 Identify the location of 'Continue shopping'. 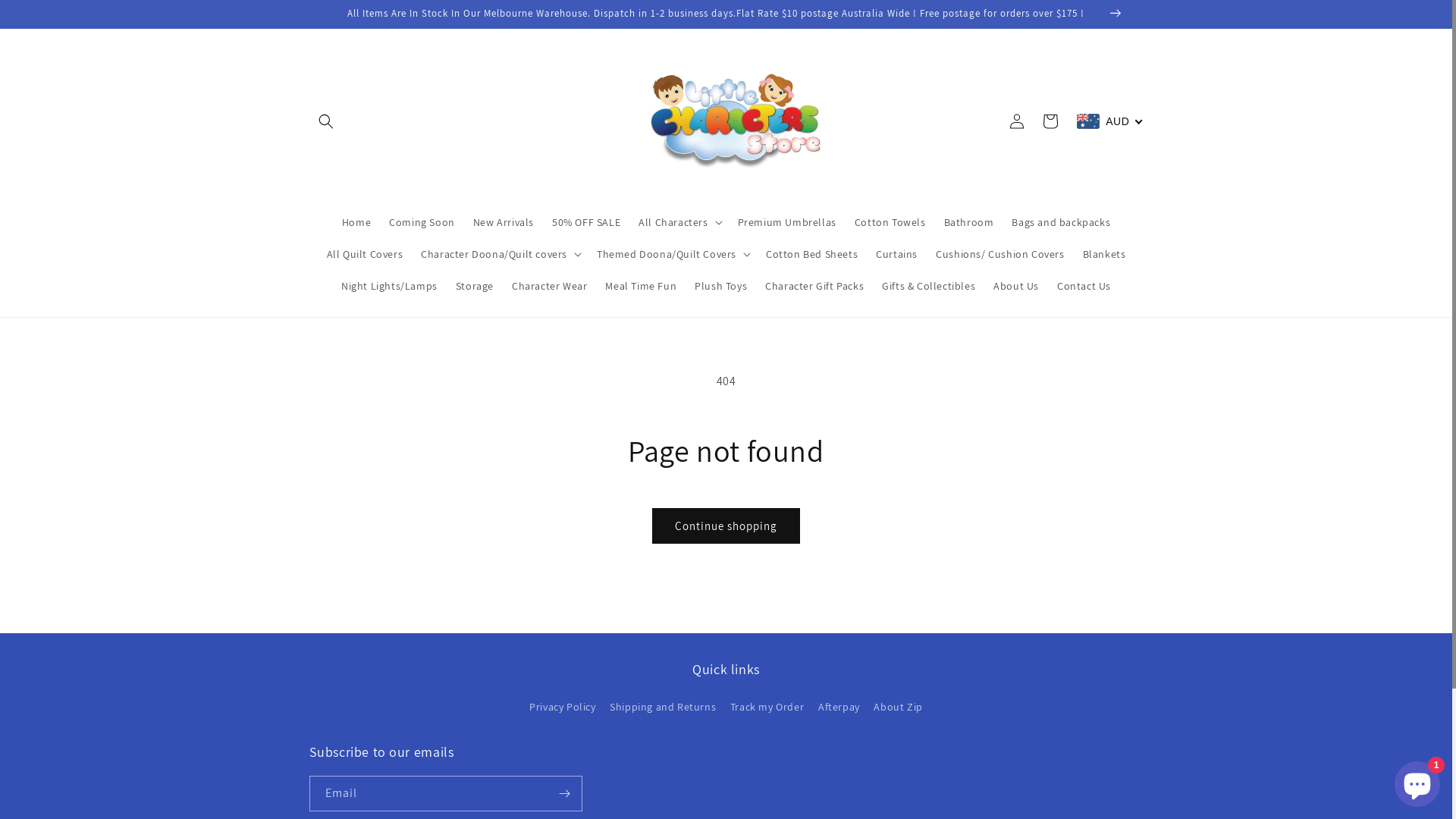
(725, 525).